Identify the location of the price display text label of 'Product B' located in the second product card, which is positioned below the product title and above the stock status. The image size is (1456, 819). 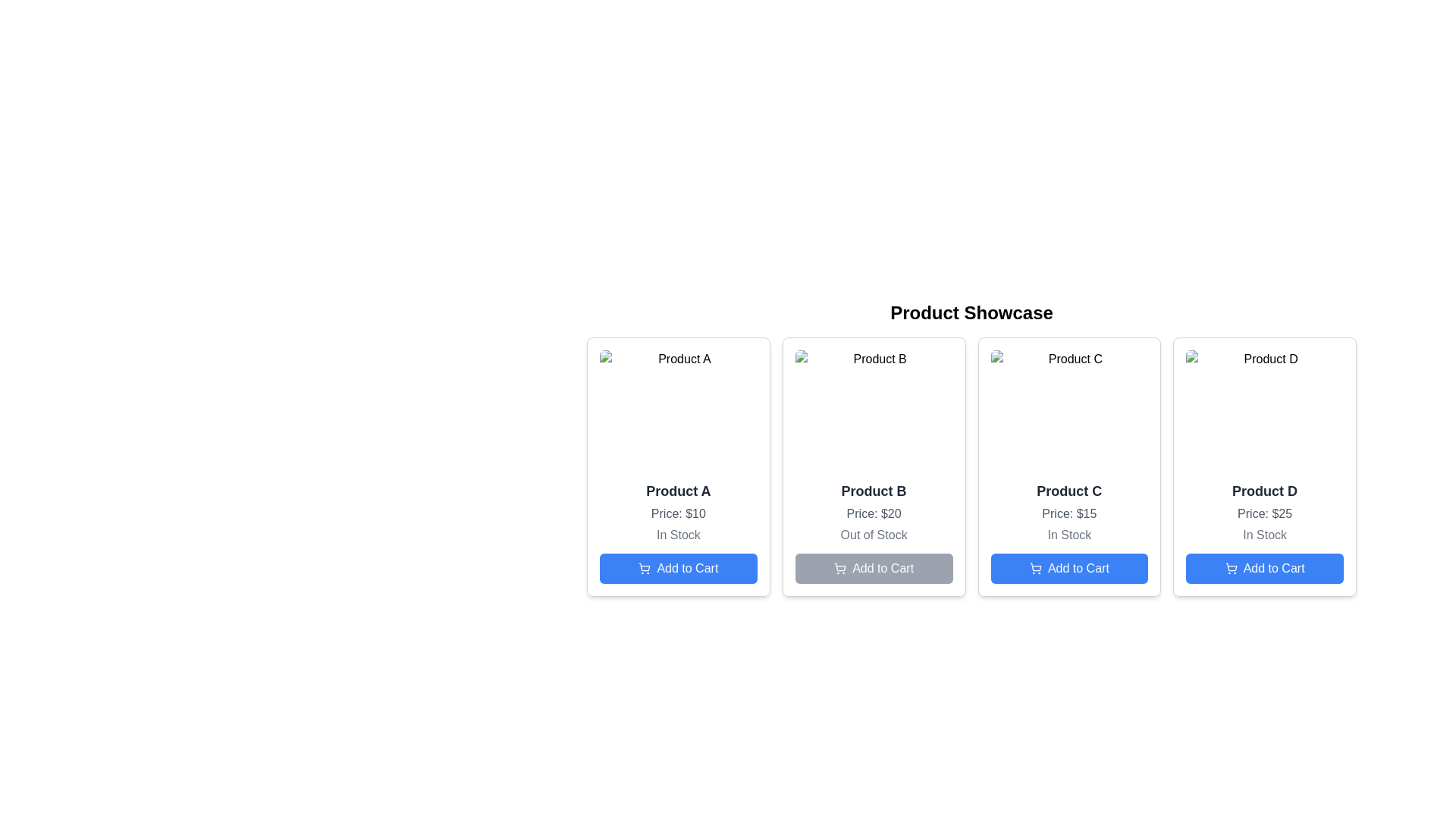
(874, 513).